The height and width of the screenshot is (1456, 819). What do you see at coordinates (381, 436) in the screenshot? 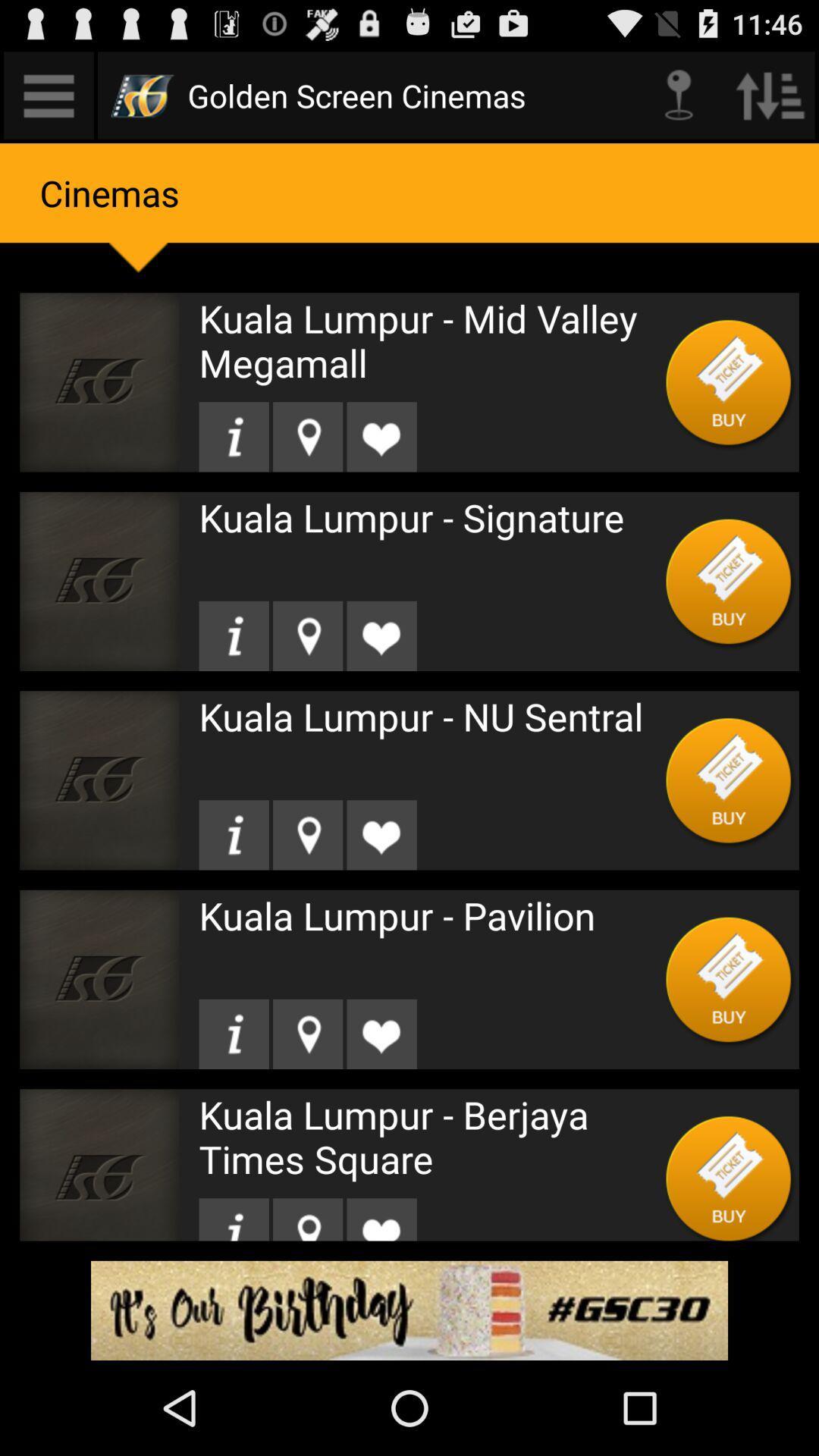
I see `like item` at bounding box center [381, 436].